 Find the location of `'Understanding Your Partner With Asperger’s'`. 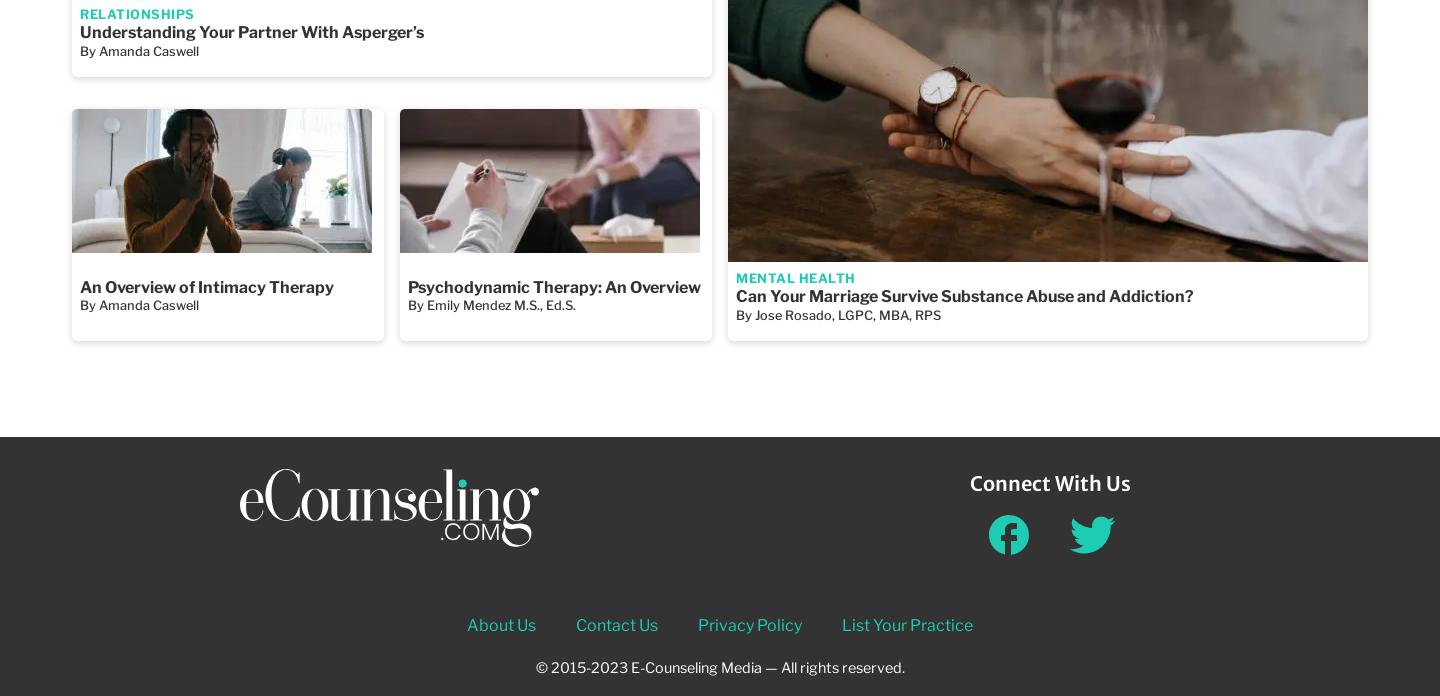

'Understanding Your Partner With Asperger’s' is located at coordinates (80, 32).